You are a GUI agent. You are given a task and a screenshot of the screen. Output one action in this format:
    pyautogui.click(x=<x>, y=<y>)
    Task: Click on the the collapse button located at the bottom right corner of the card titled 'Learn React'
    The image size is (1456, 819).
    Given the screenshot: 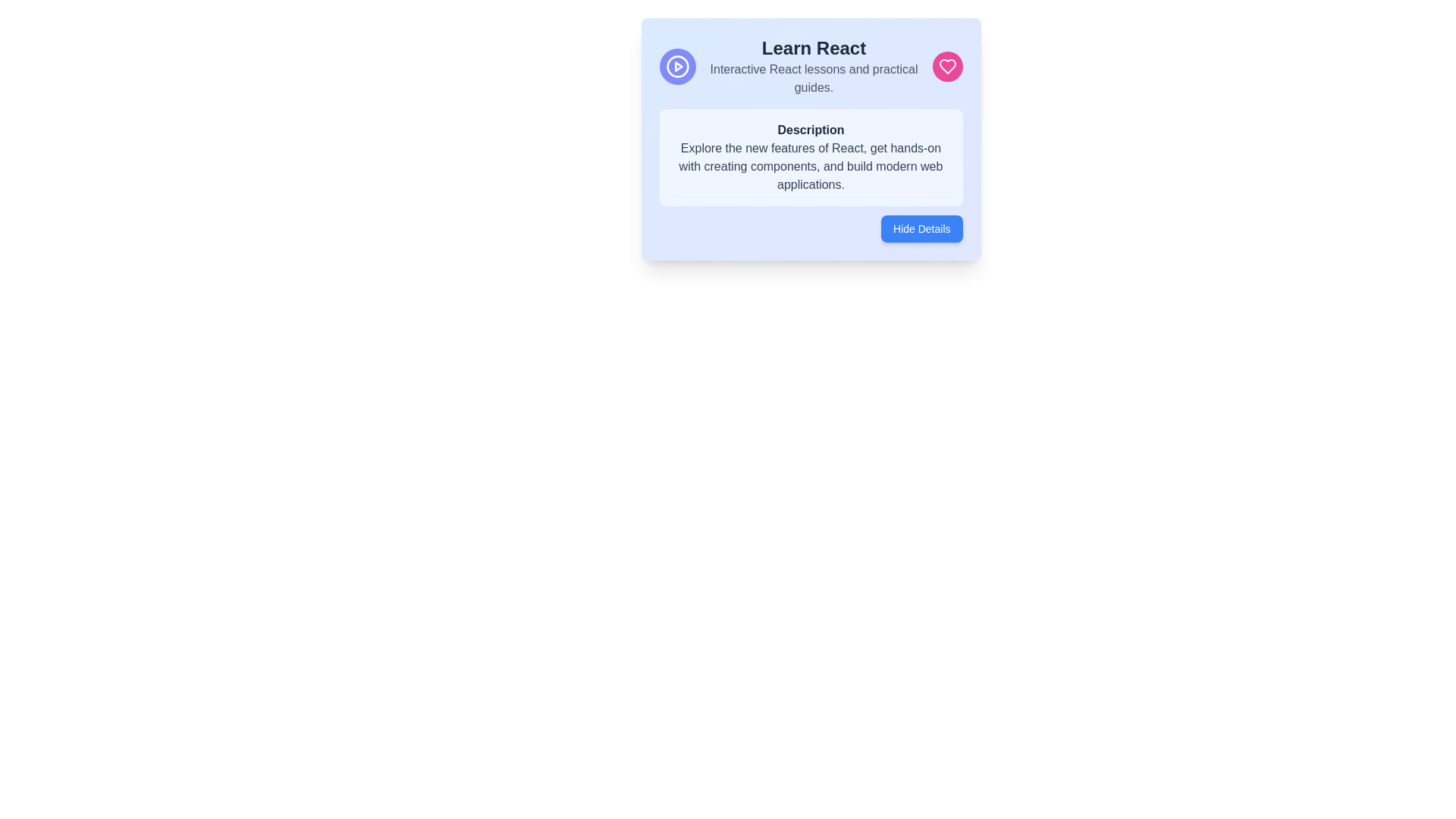 What is the action you would take?
    pyautogui.click(x=921, y=228)
    